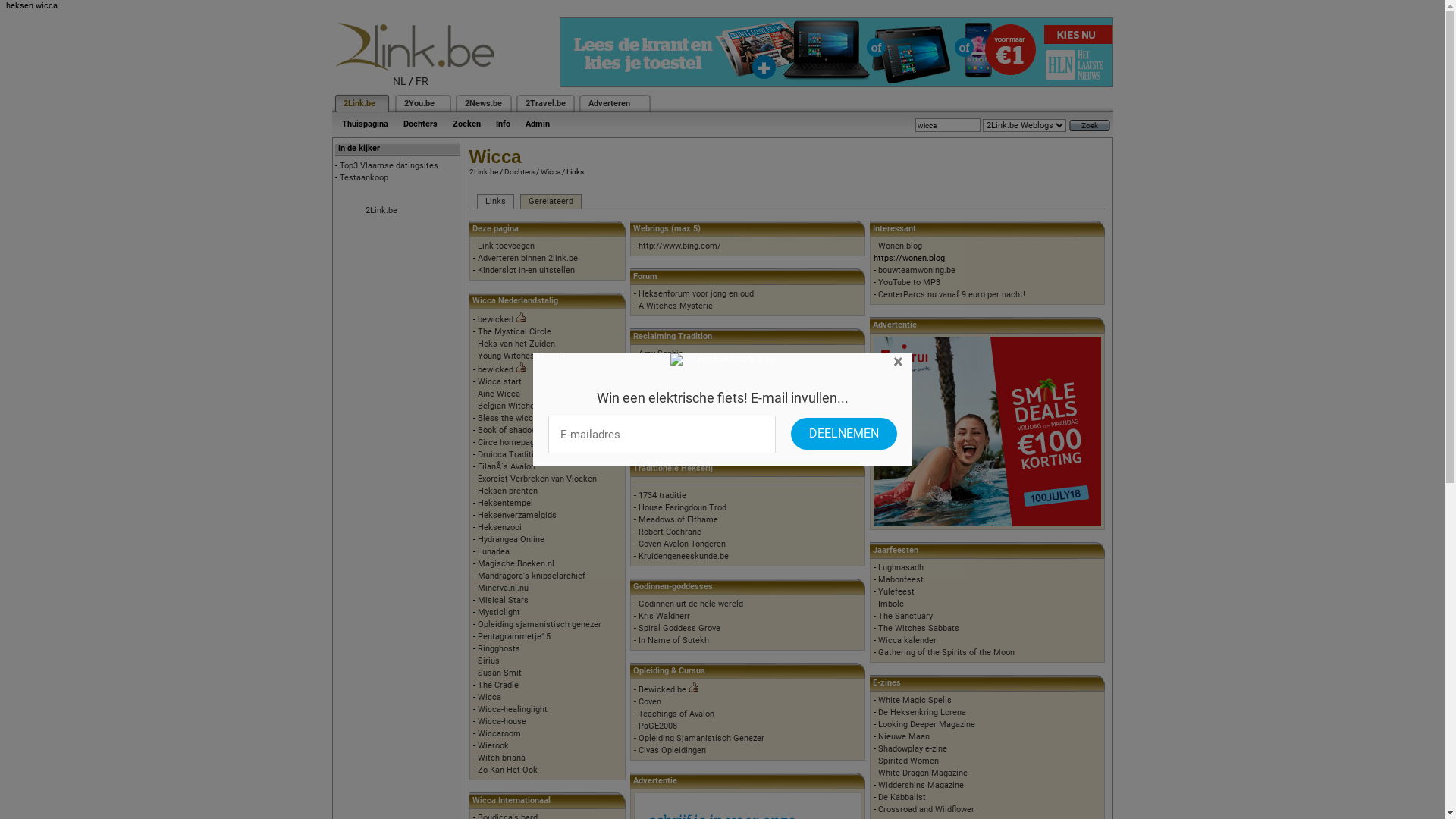 The width and height of the screenshot is (1456, 819). Describe the element at coordinates (508, 453) in the screenshot. I see `'Druicca Traditie'` at that location.